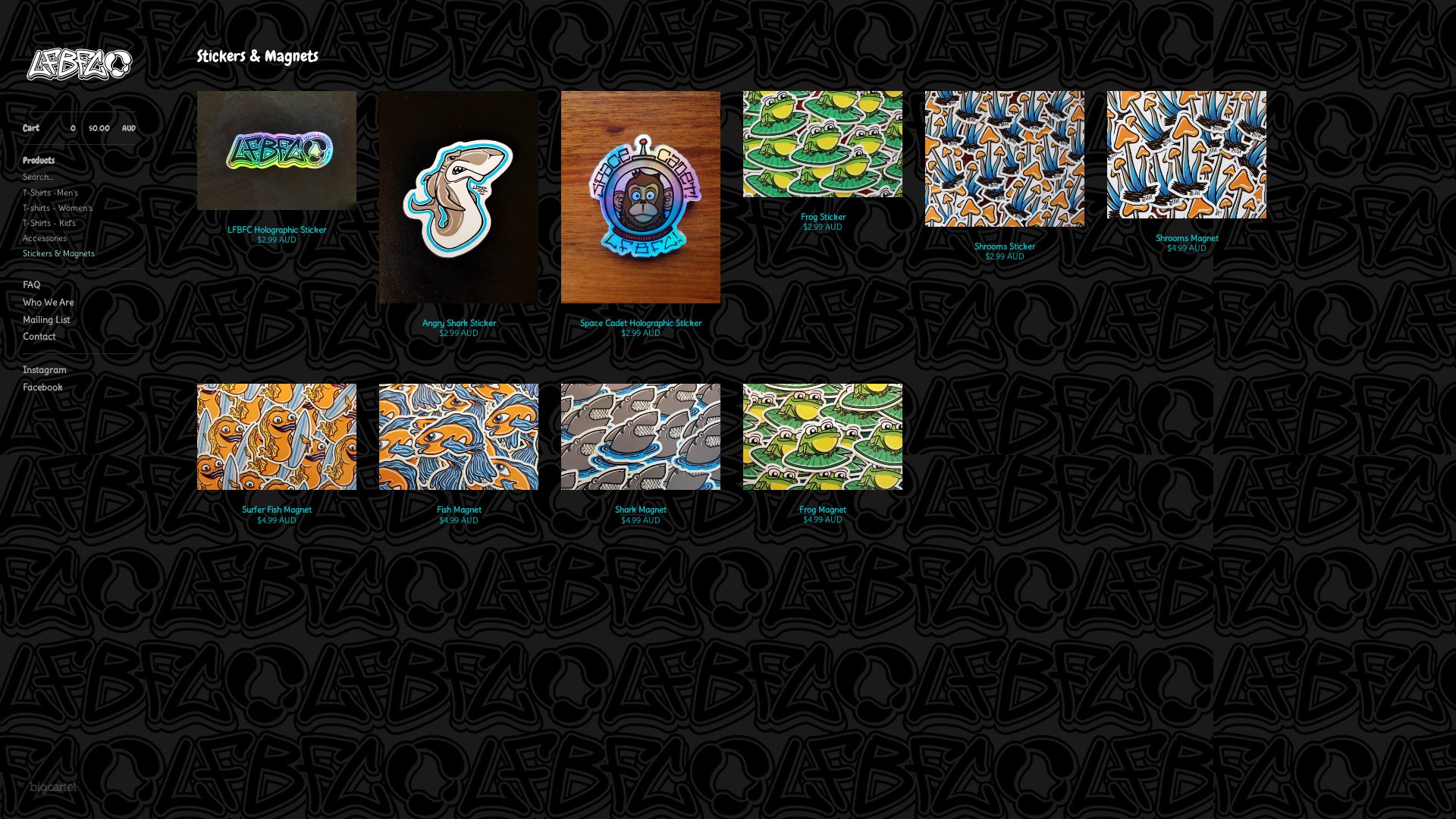 Image resolution: width=1456 pixels, height=819 pixels. I want to click on 'Products', so click(78, 161).